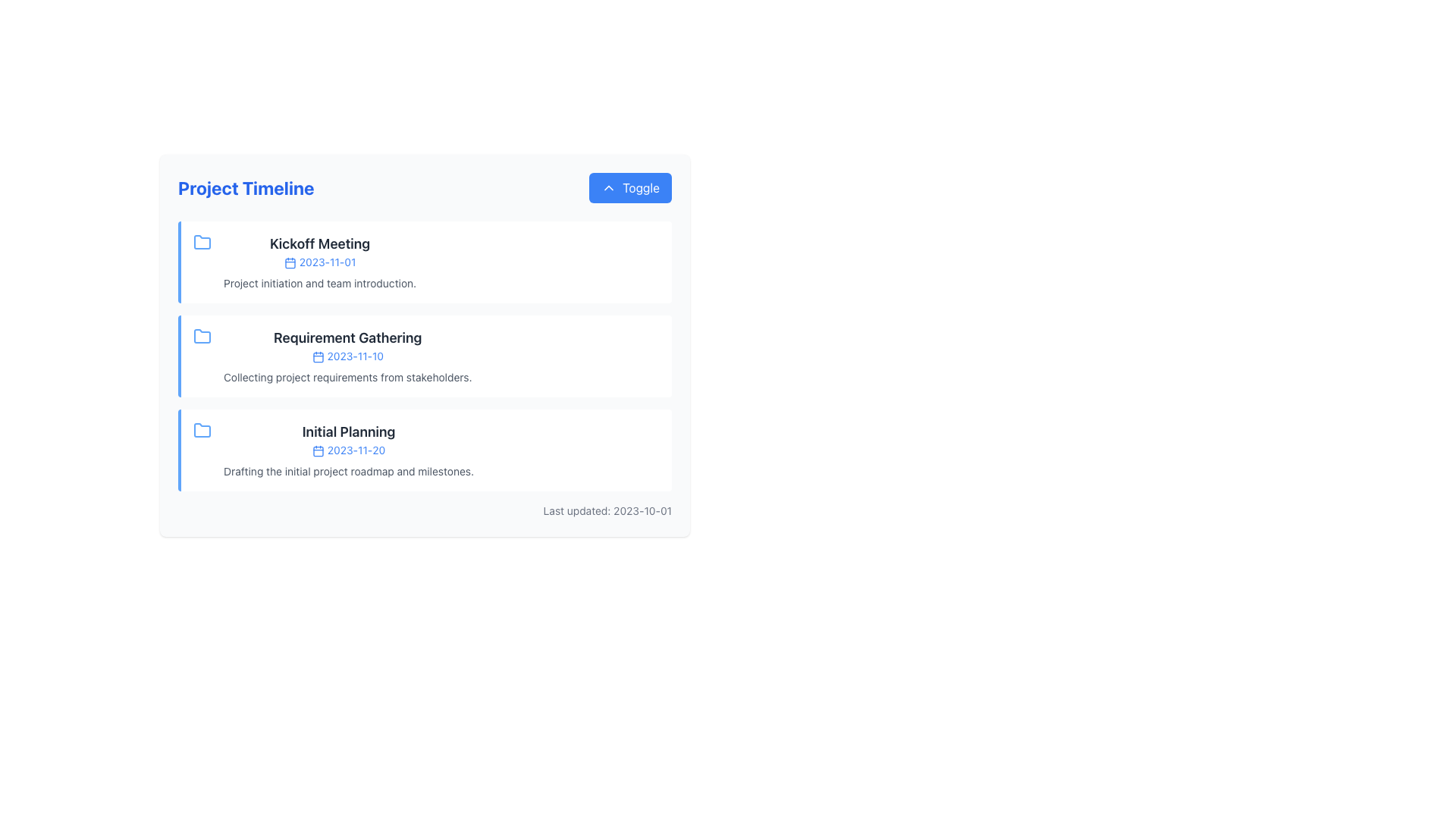 This screenshot has width=1456, height=819. I want to click on the static text block that reads 'Collecting project requirements from stakeholders.' located below the heading 'Requirement Gathering' and the date '2023-11-10', so click(347, 376).